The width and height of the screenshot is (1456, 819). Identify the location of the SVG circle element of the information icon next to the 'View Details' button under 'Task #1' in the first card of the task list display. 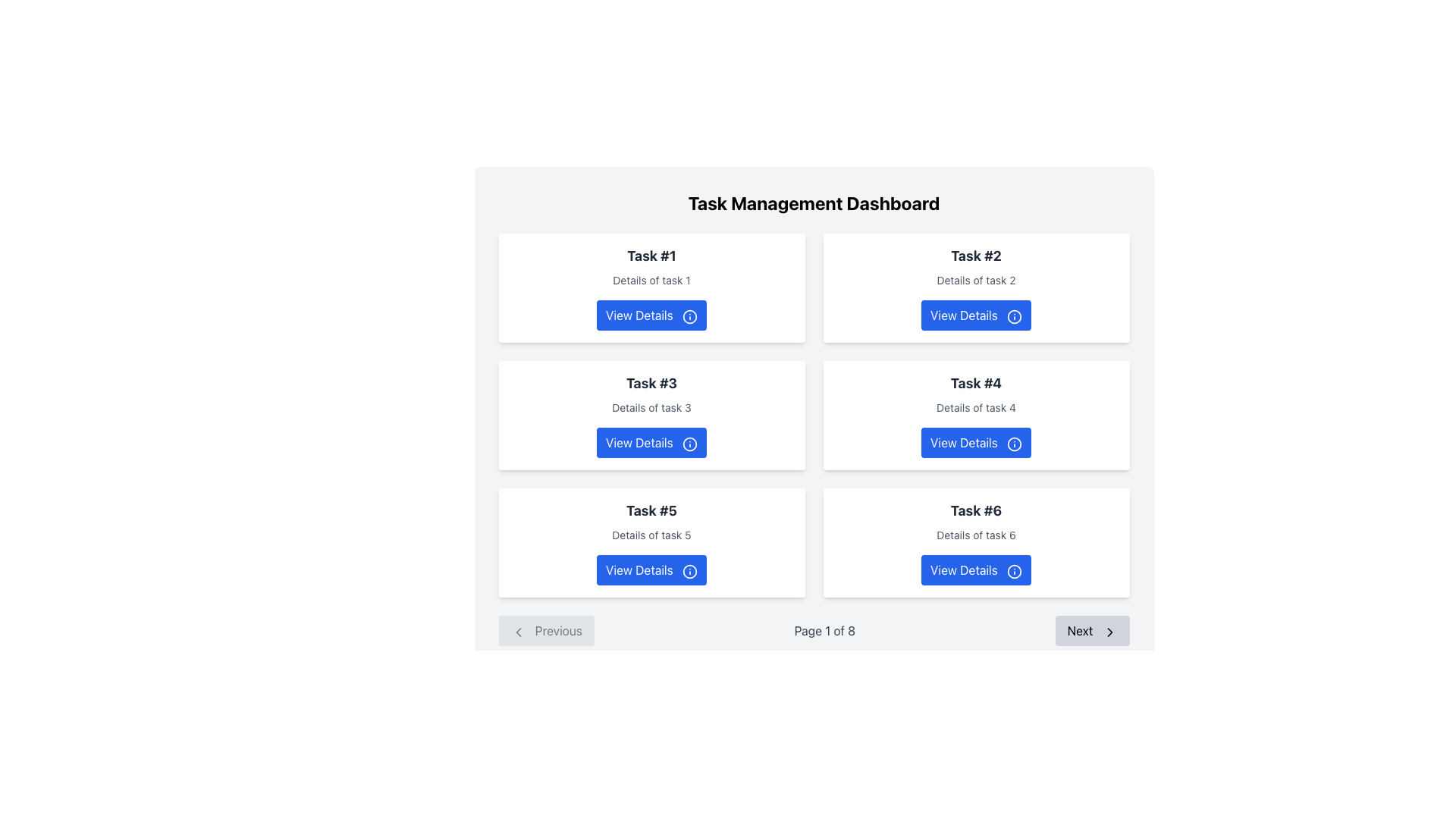
(689, 315).